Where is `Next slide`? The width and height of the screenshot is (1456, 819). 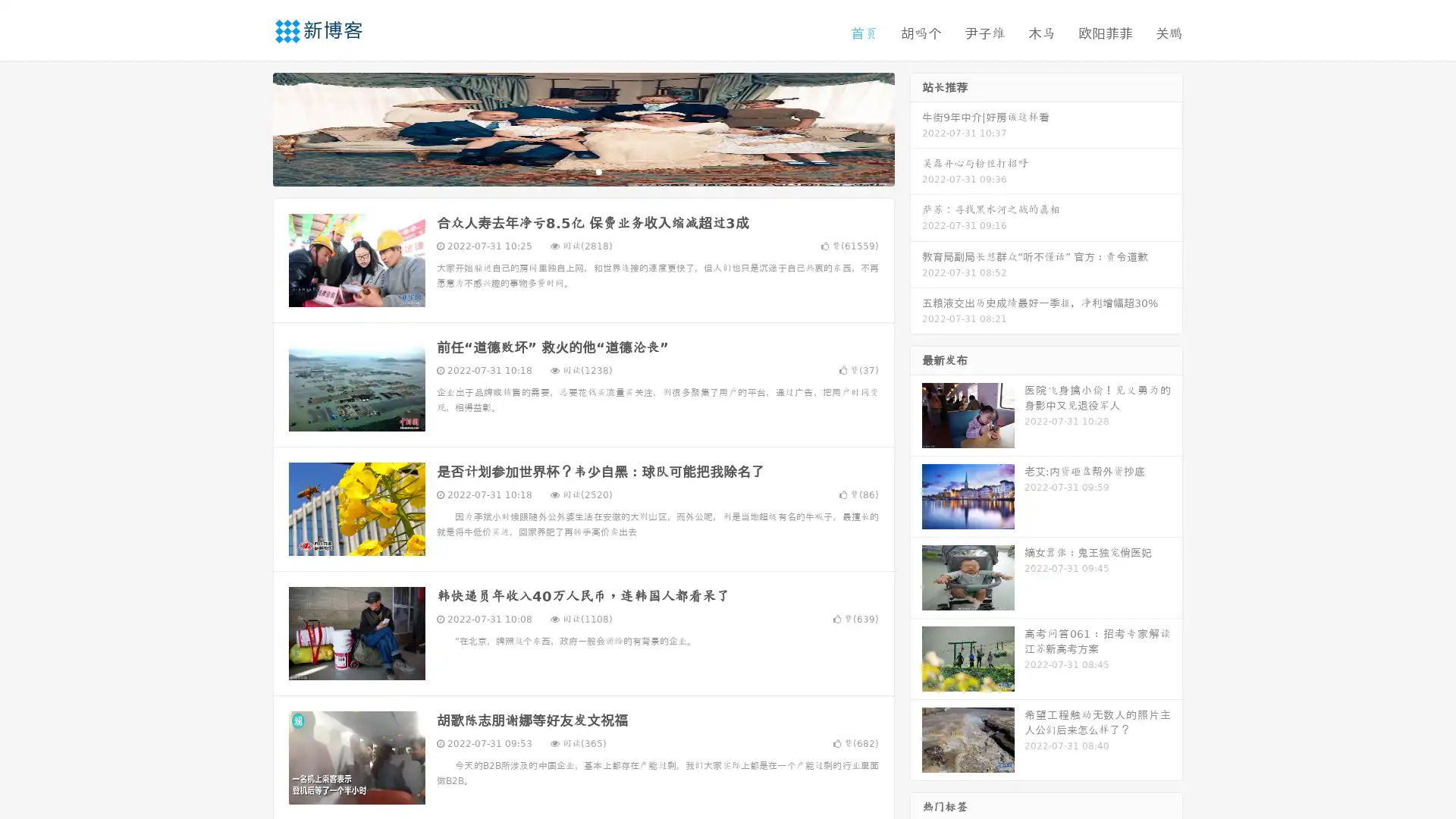 Next slide is located at coordinates (916, 127).